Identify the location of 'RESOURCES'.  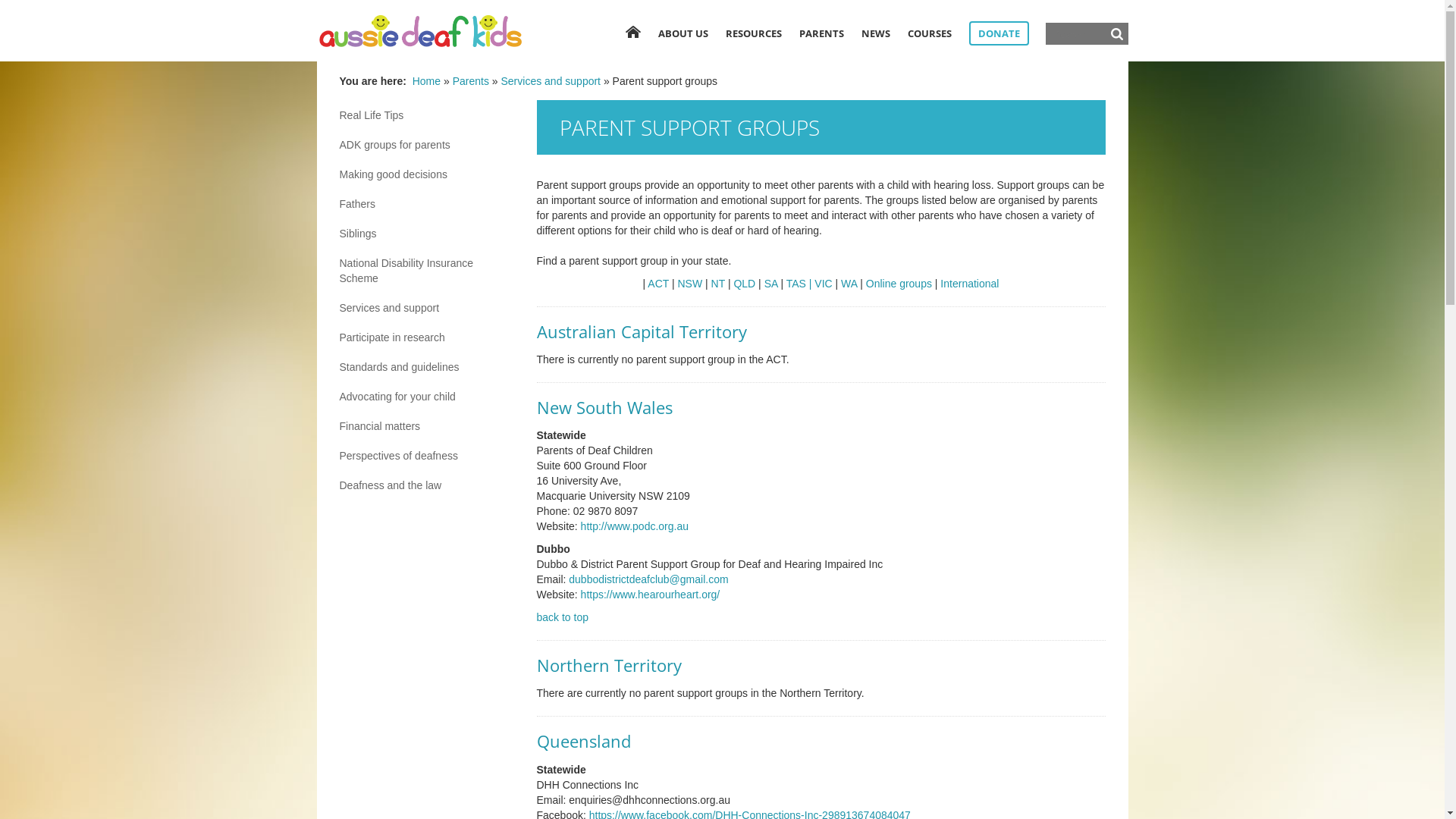
(723, 33).